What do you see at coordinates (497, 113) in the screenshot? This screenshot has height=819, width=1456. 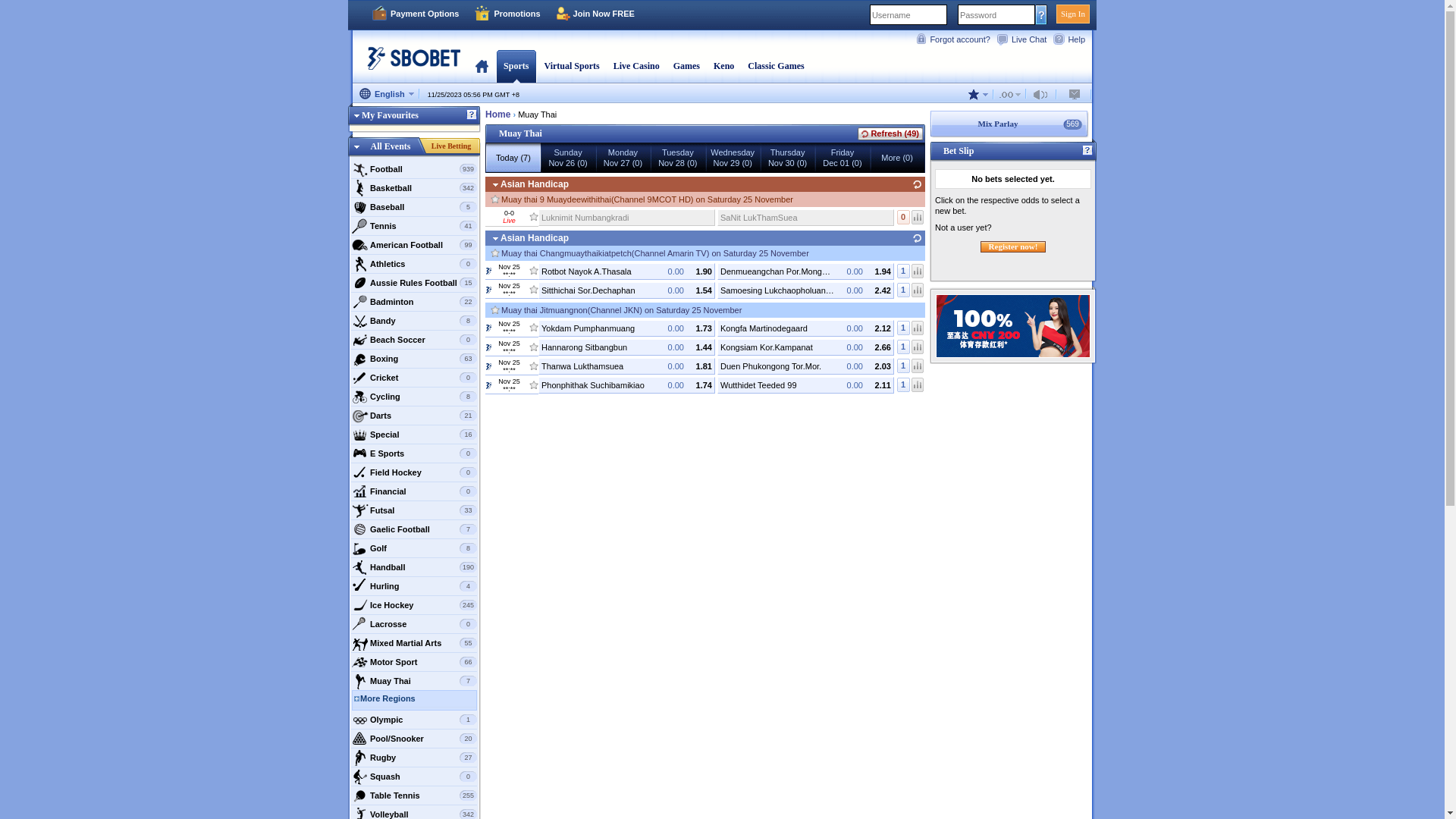 I see `'Home'` at bounding box center [497, 113].